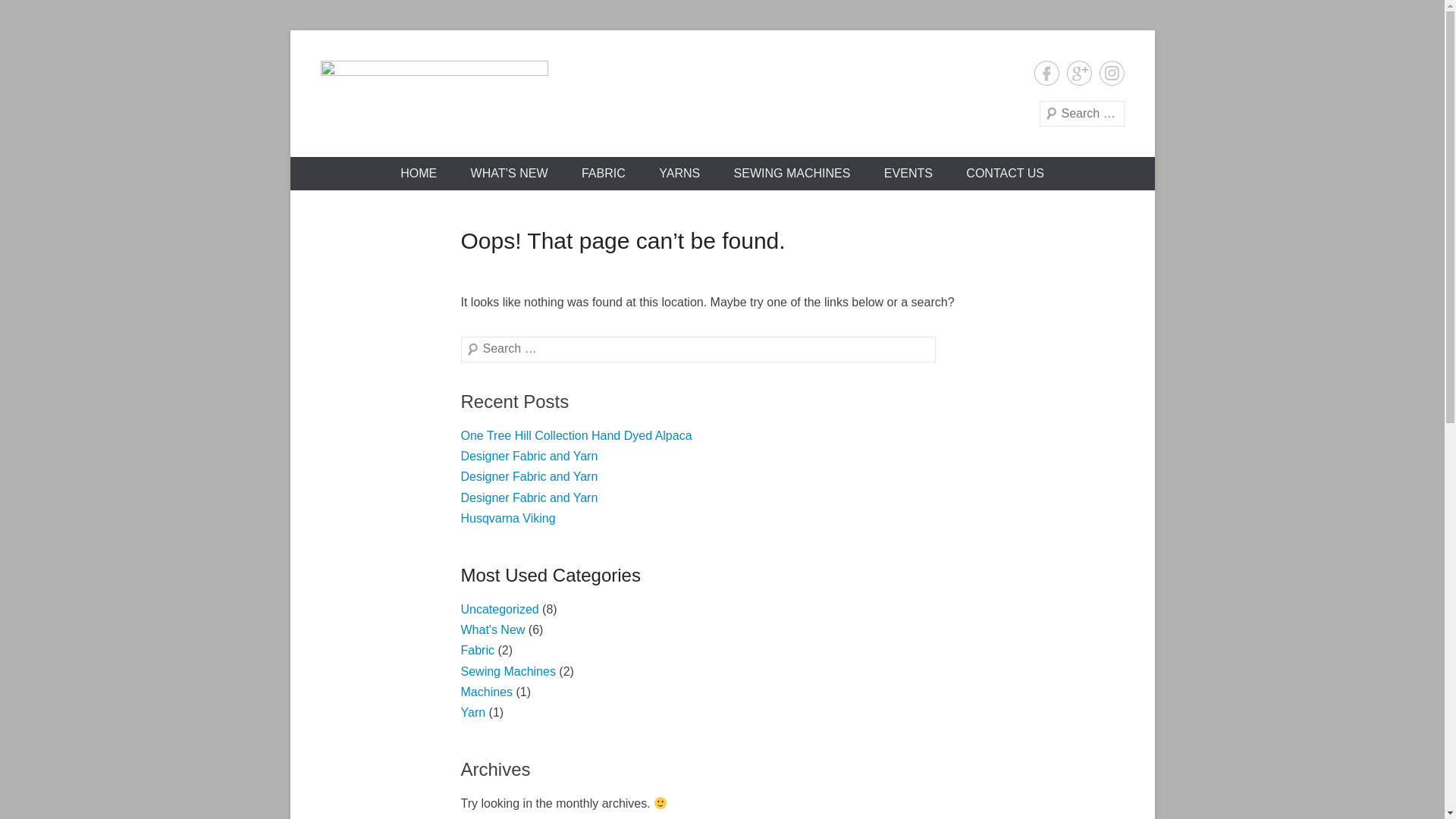 The width and height of the screenshot is (1456, 819). Describe the element at coordinates (1005, 172) in the screenshot. I see `'CONTACT US'` at that location.